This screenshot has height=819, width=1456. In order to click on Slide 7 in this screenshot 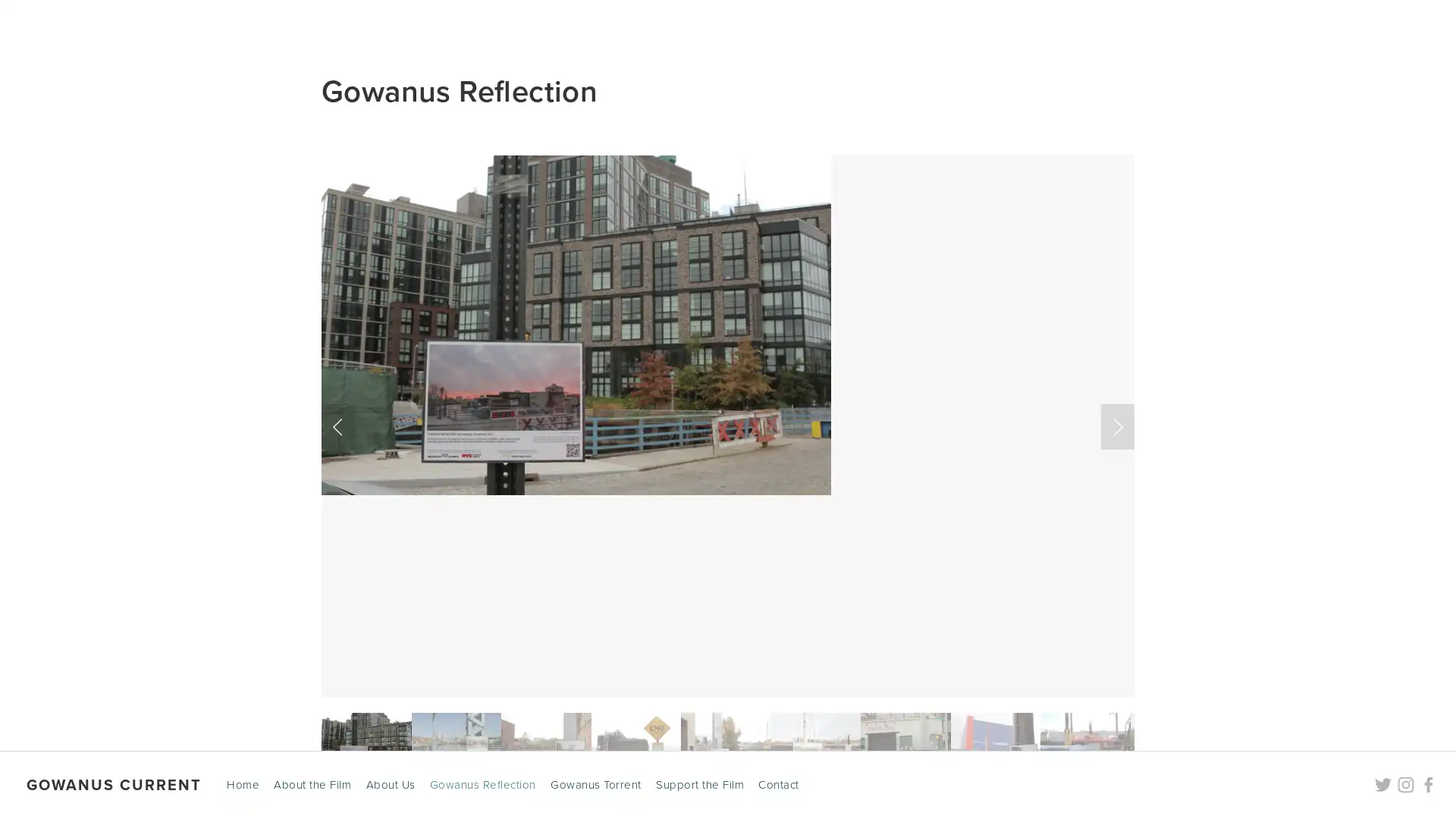, I will do `click(905, 741)`.